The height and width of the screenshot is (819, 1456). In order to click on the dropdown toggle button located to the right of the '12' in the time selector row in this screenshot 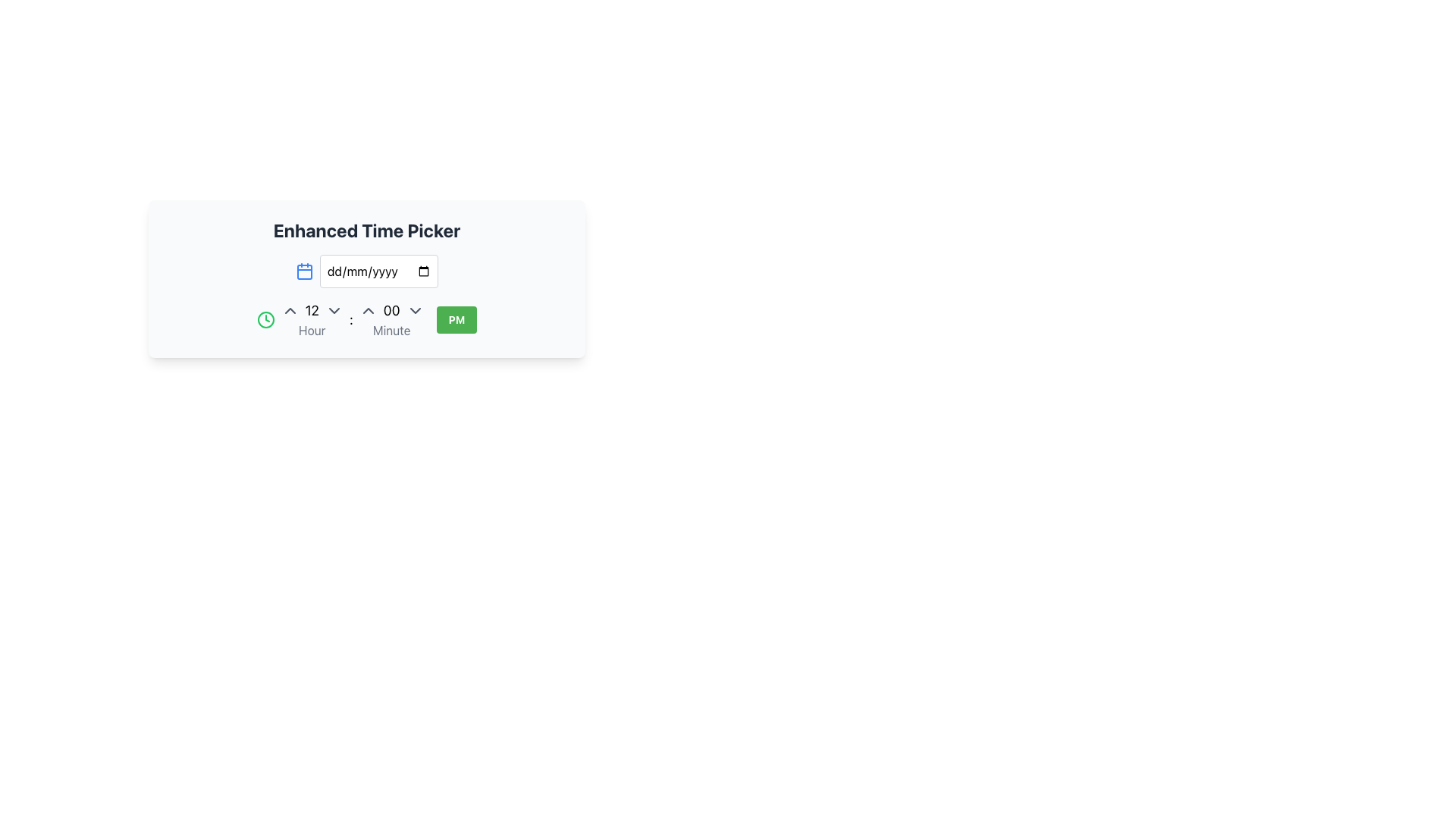, I will do `click(333, 309)`.